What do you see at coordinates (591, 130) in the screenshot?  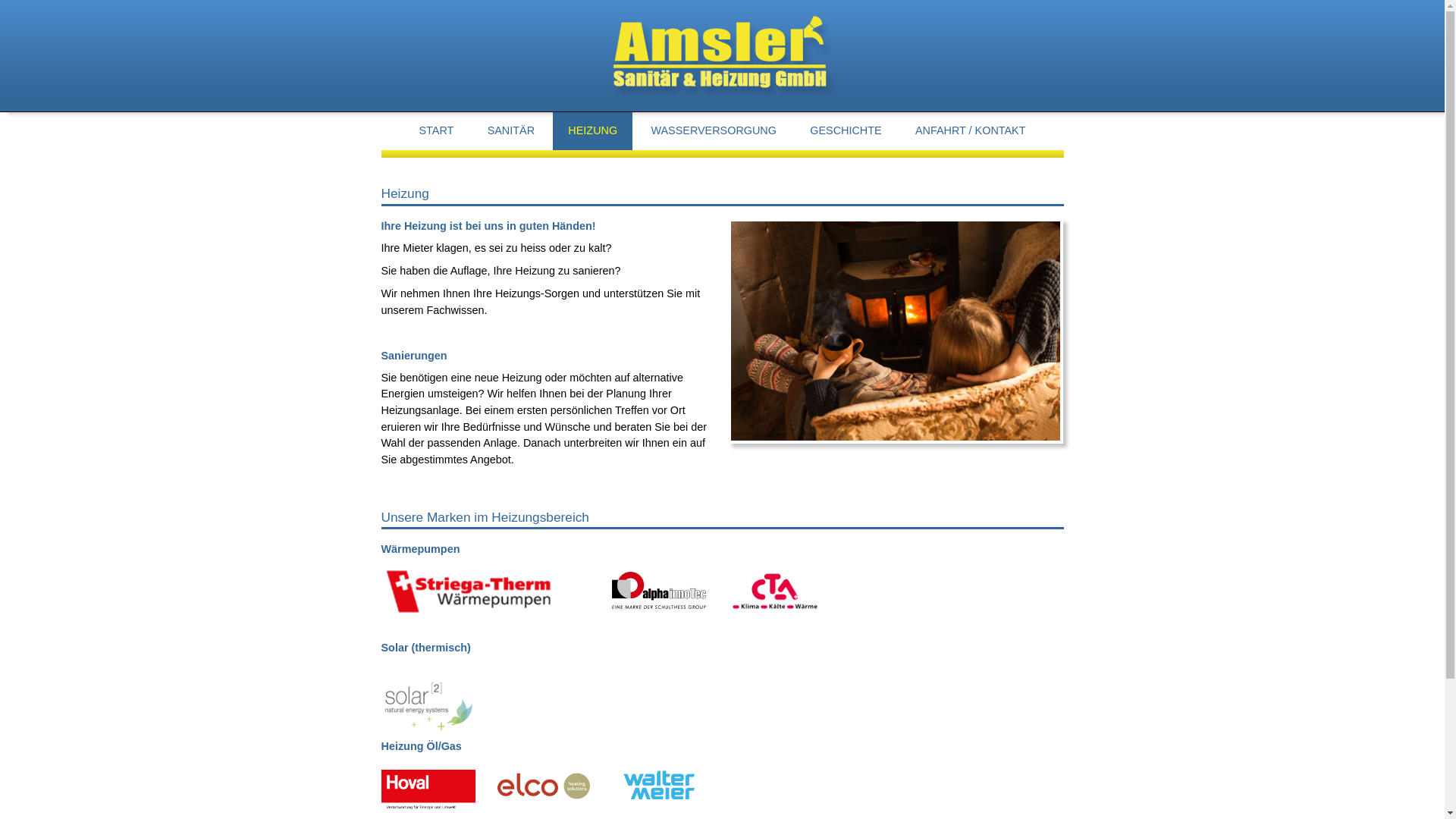 I see `'HEIZUNG'` at bounding box center [591, 130].